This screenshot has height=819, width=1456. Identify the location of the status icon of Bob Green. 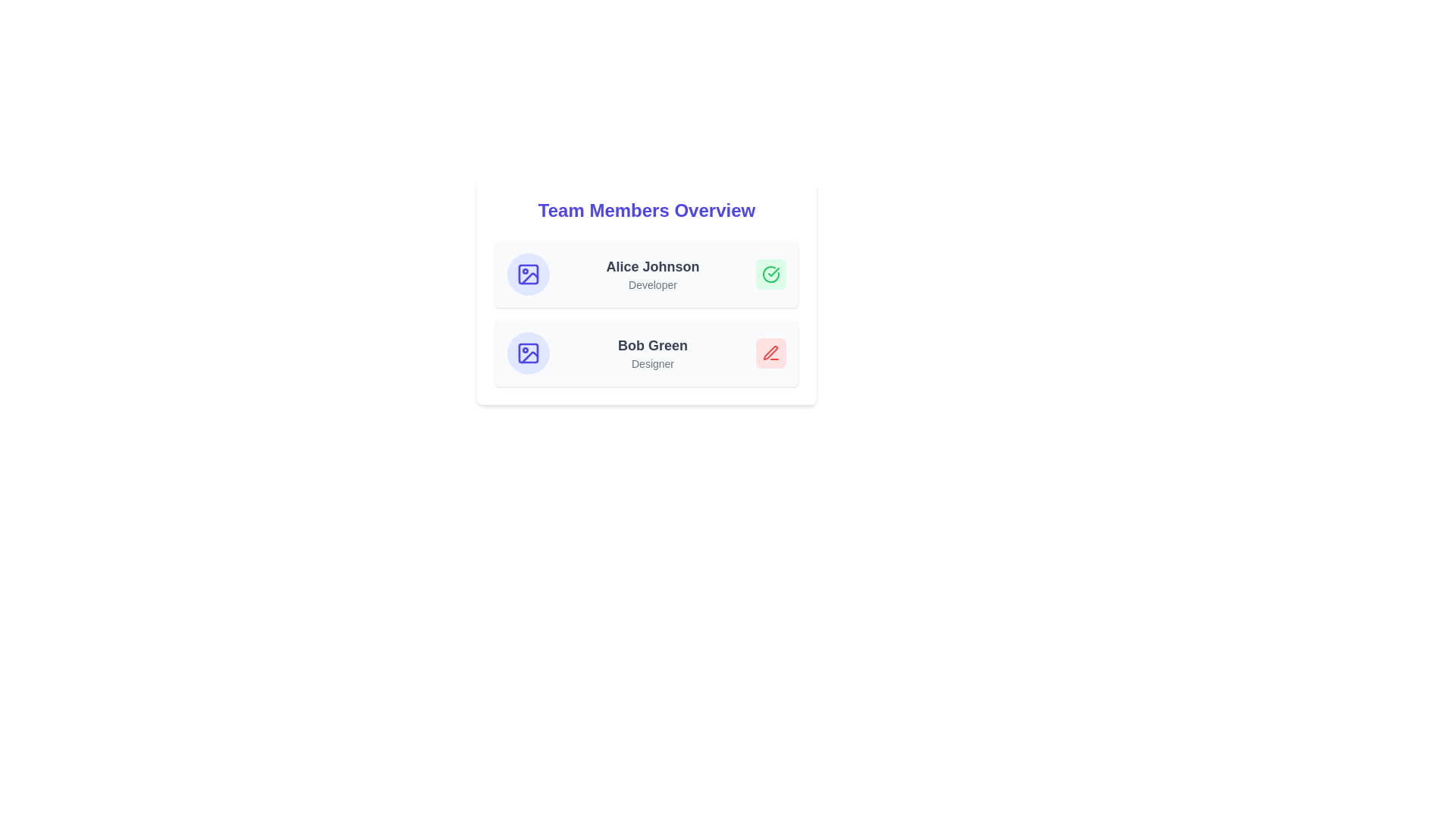
(771, 353).